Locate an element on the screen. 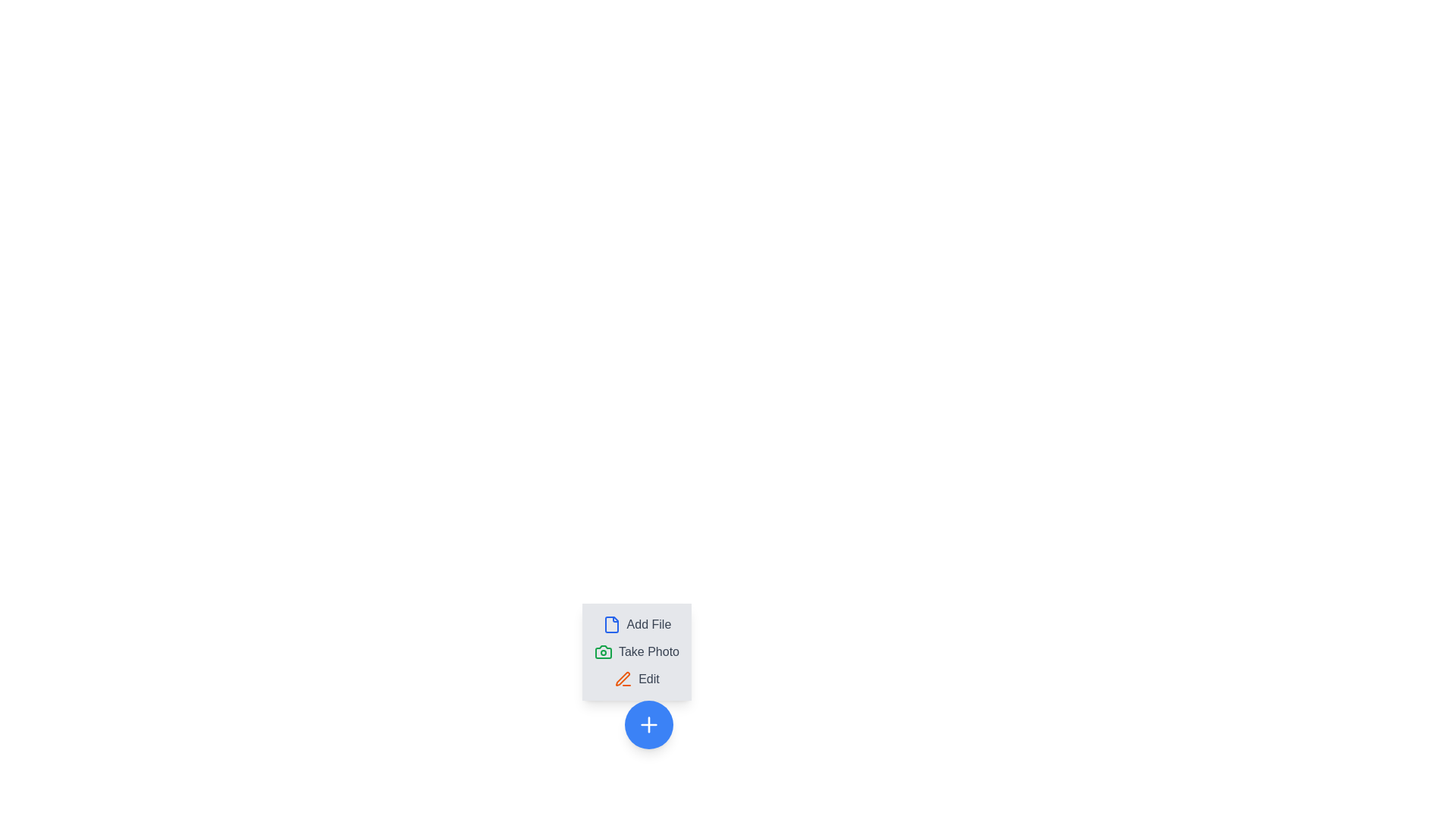 This screenshot has height=819, width=1456. the camera icon, which has a square shape with an inward curve on top and a circular lens area, prominently styled in green, located in the second row of icons in the modal menu is located at coordinates (603, 651).